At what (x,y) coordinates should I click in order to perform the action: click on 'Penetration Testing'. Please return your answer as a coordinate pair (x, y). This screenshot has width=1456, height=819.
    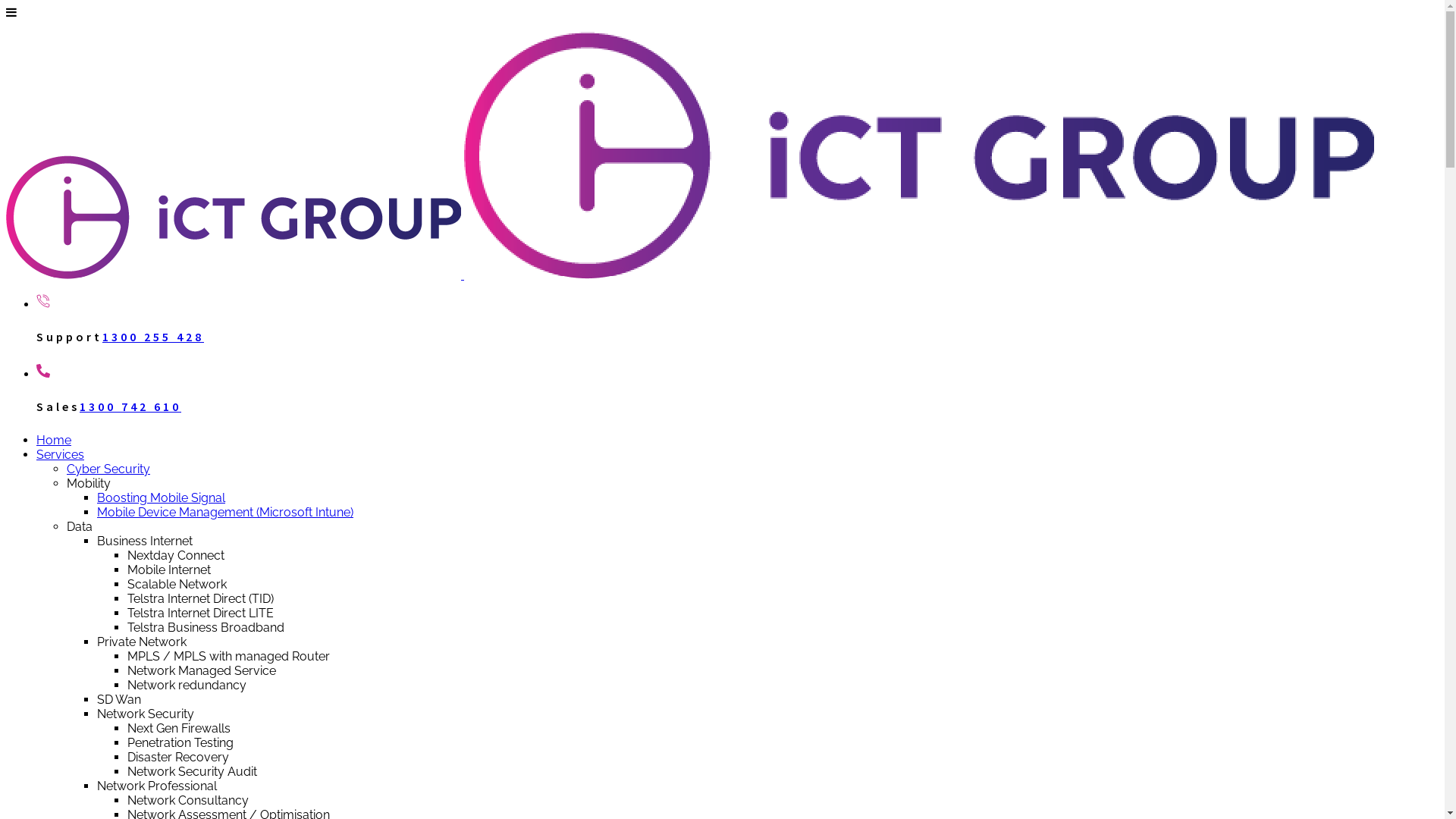
    Looking at the image, I should click on (180, 742).